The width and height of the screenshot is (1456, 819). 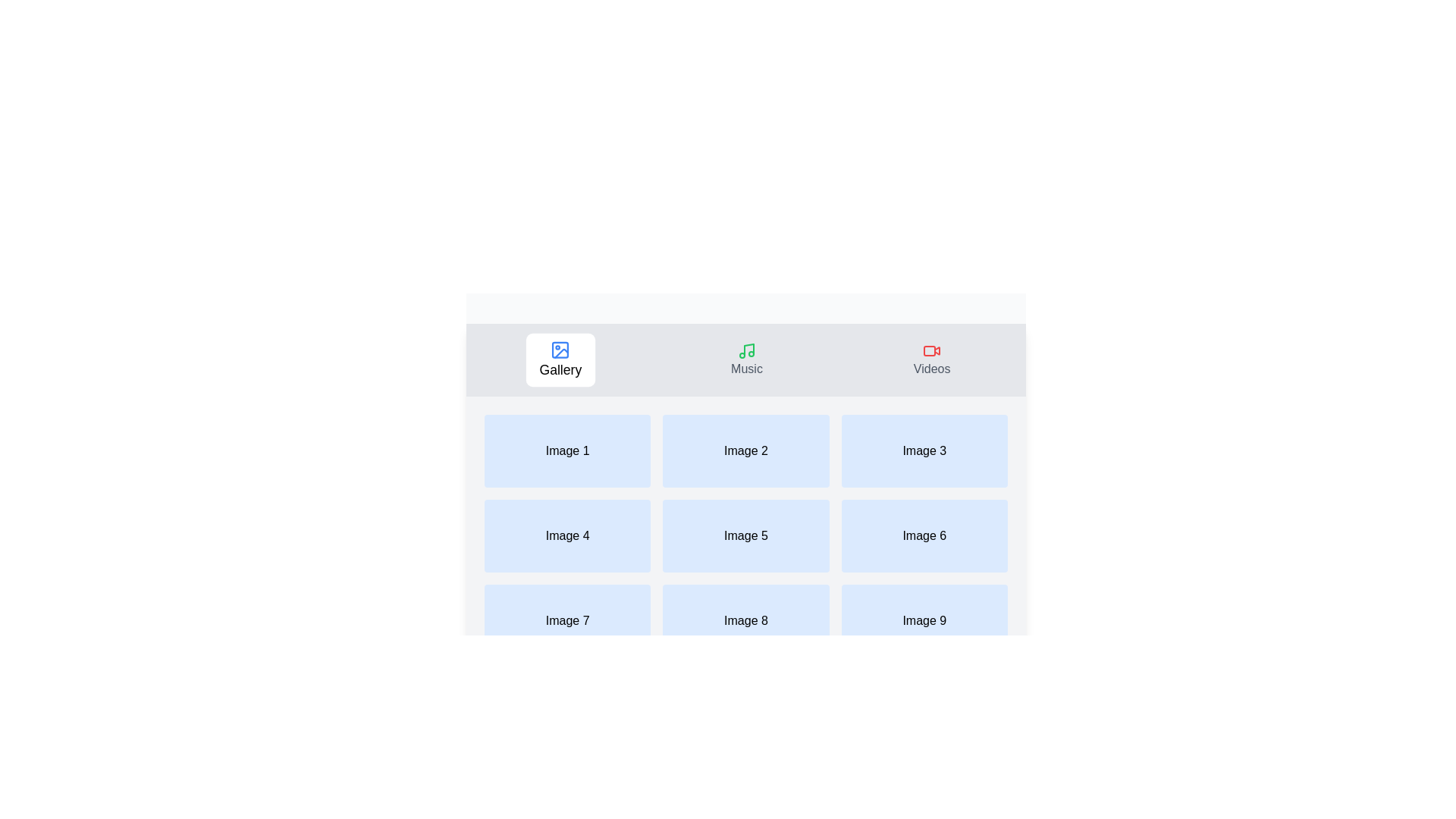 I want to click on the tab labeled Music to select it, so click(x=746, y=359).